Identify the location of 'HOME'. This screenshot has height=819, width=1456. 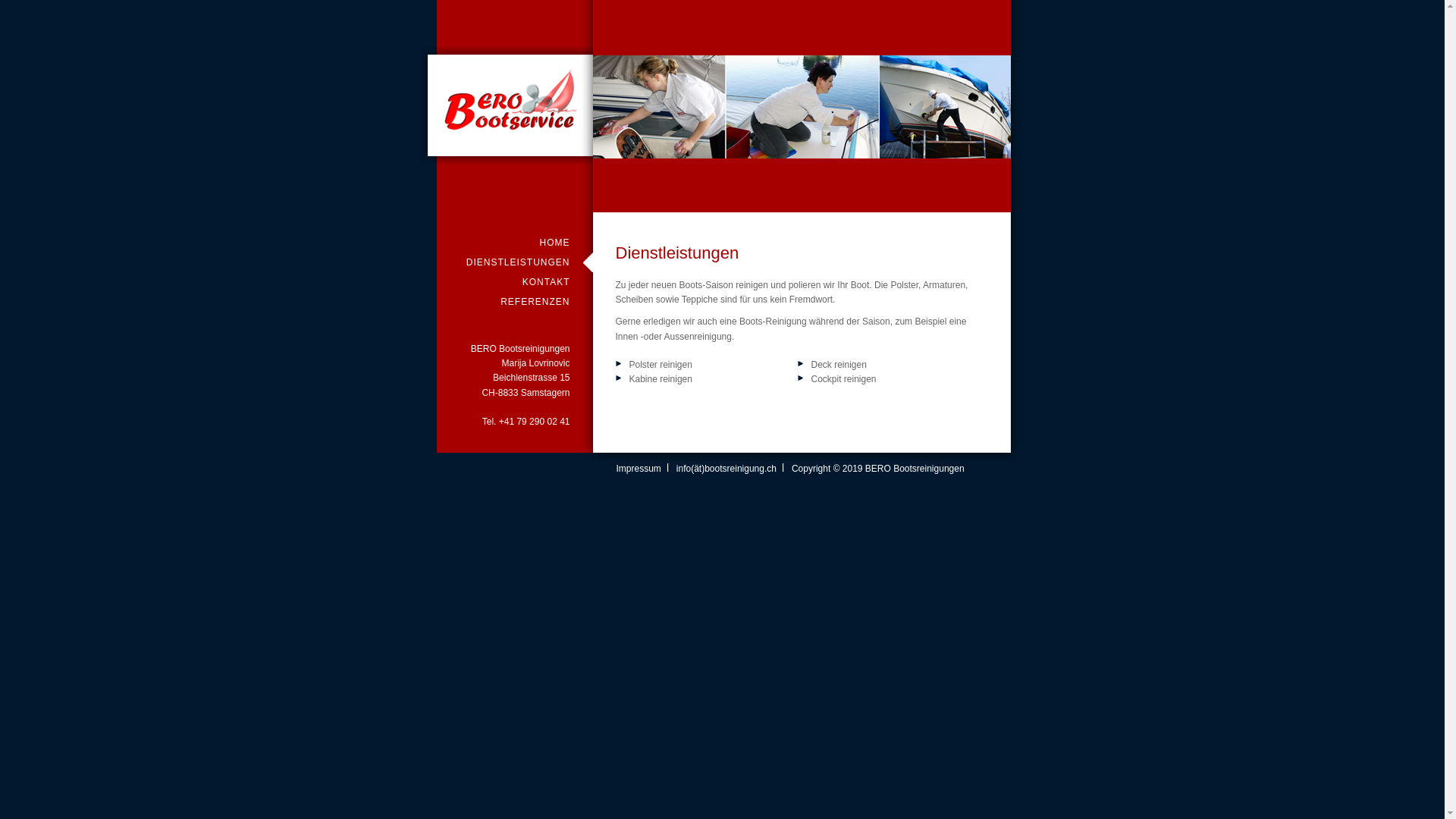
(514, 242).